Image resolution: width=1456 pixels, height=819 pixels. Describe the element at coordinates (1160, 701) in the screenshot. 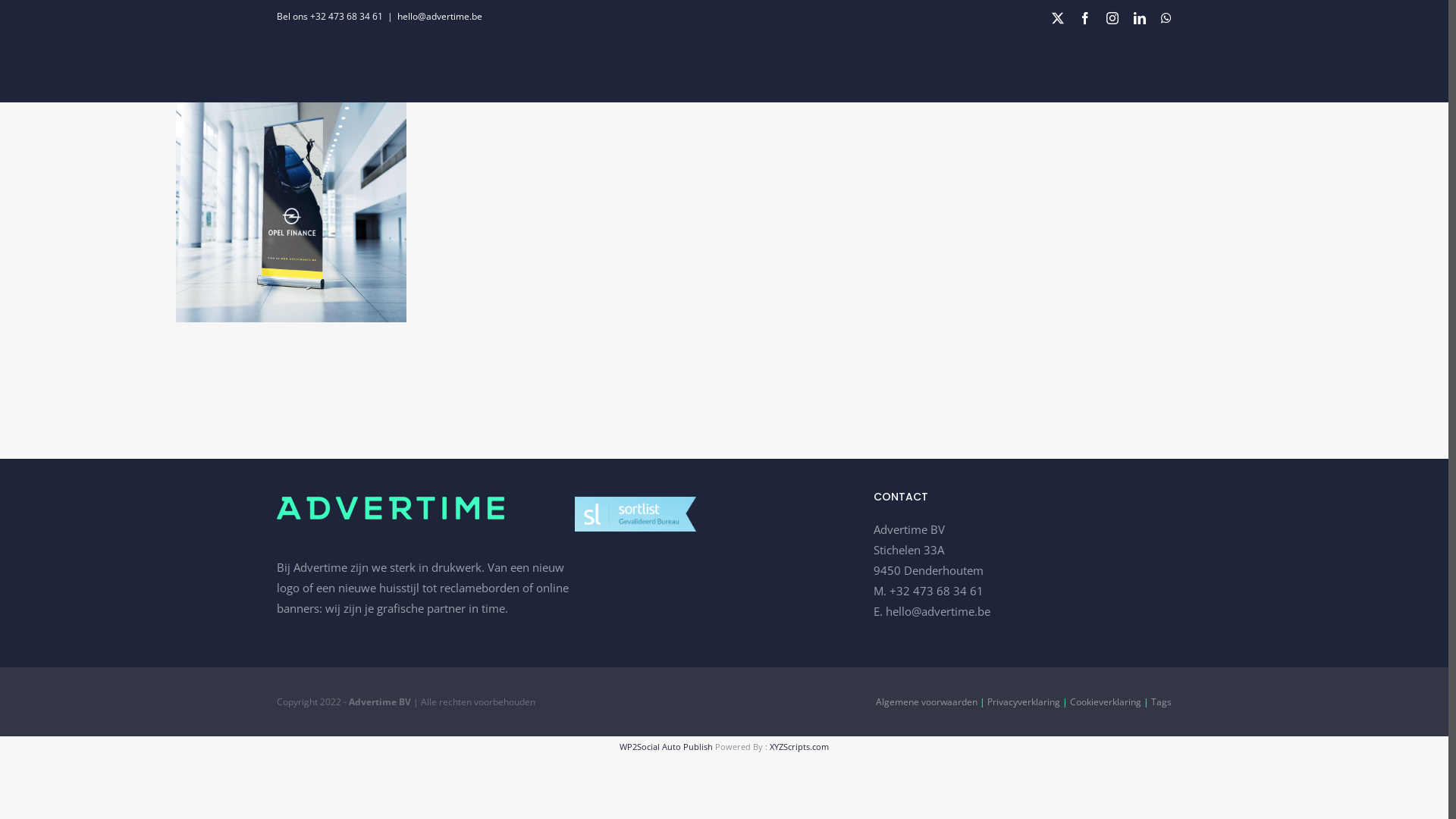

I see `'Tags'` at that location.